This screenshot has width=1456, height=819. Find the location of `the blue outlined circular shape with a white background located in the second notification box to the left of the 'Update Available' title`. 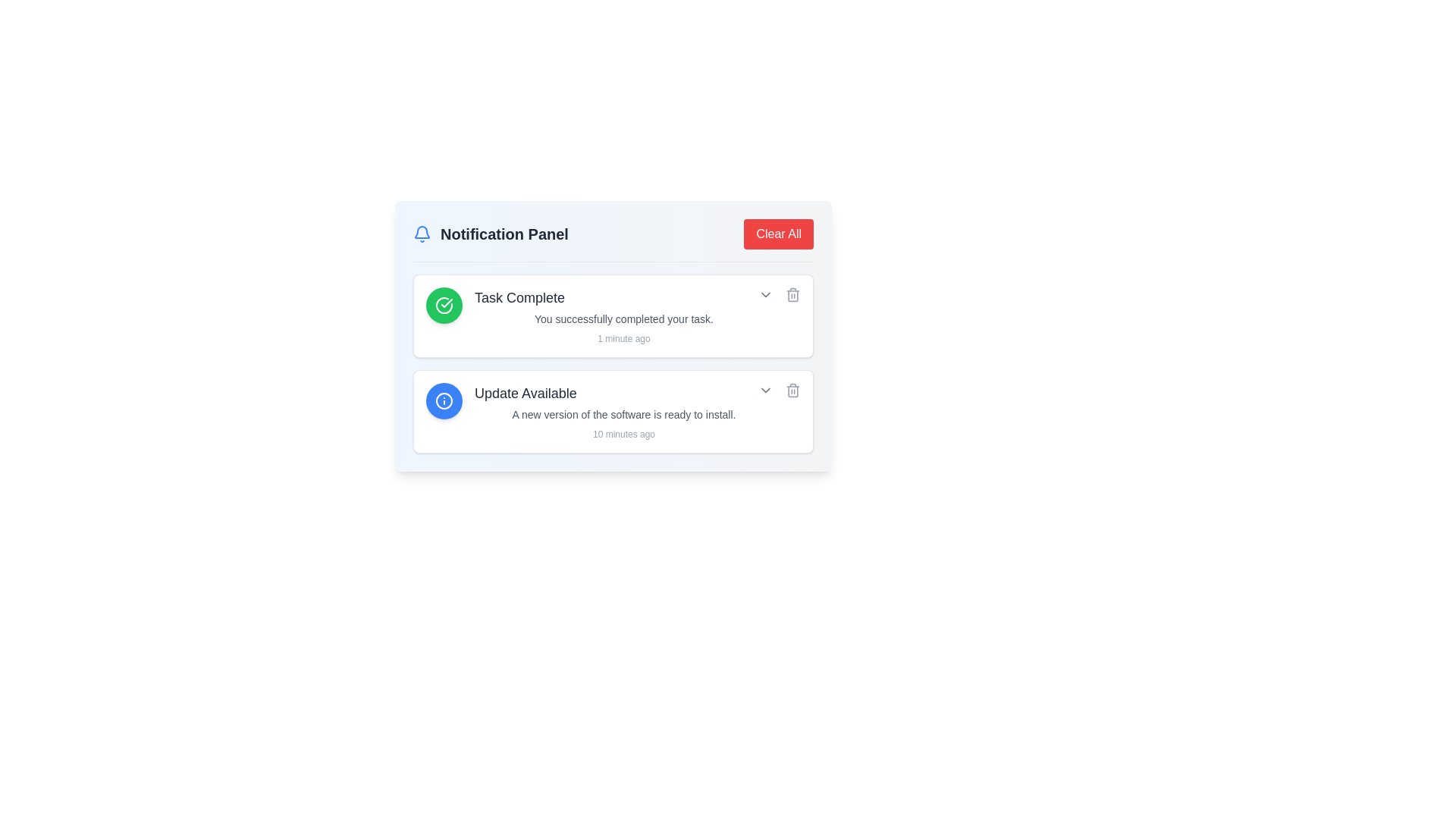

the blue outlined circular shape with a white background located in the second notification box to the left of the 'Update Available' title is located at coordinates (443, 400).